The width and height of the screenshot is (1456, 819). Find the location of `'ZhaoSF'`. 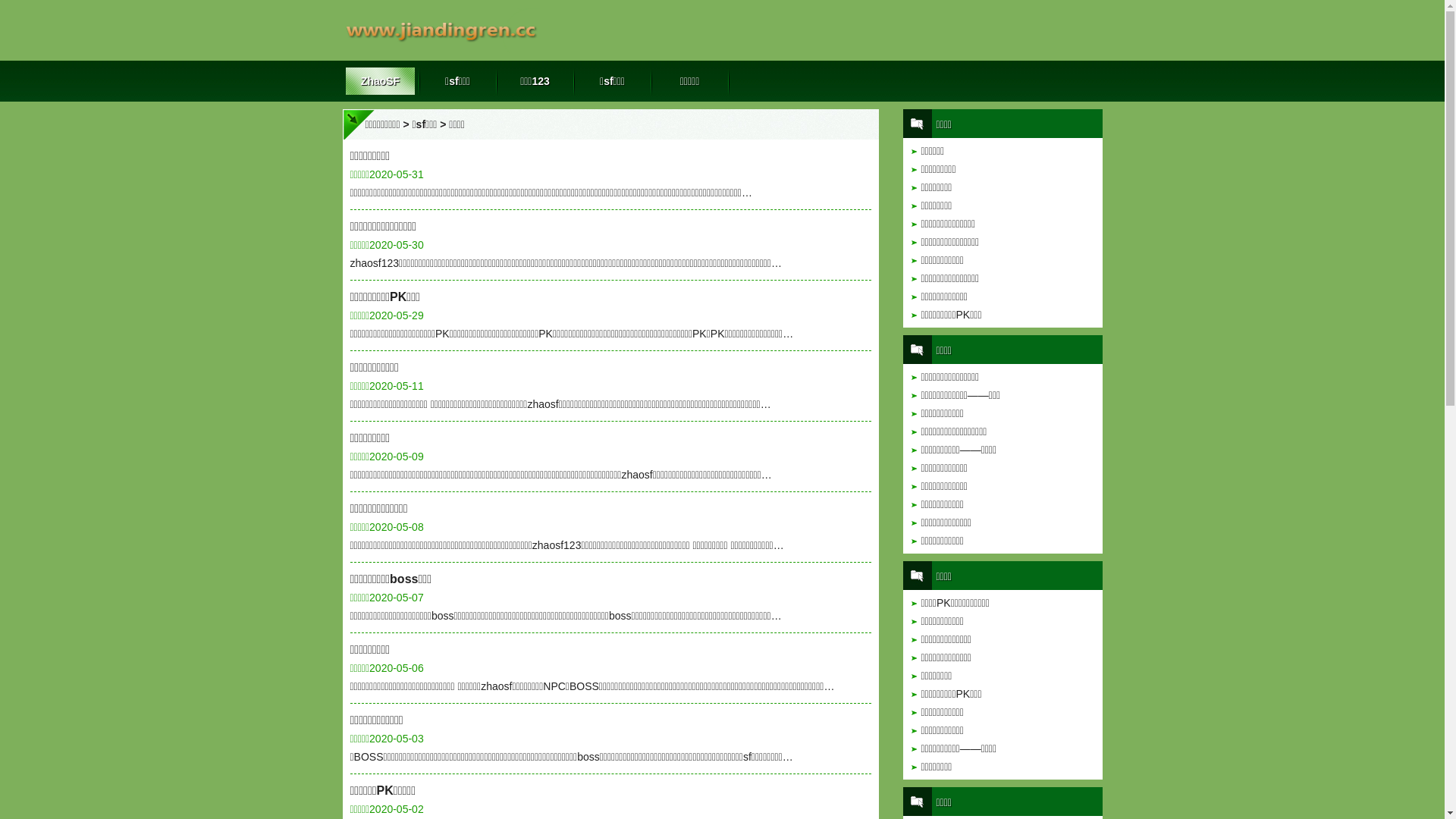

'ZhaoSF' is located at coordinates (381, 81).